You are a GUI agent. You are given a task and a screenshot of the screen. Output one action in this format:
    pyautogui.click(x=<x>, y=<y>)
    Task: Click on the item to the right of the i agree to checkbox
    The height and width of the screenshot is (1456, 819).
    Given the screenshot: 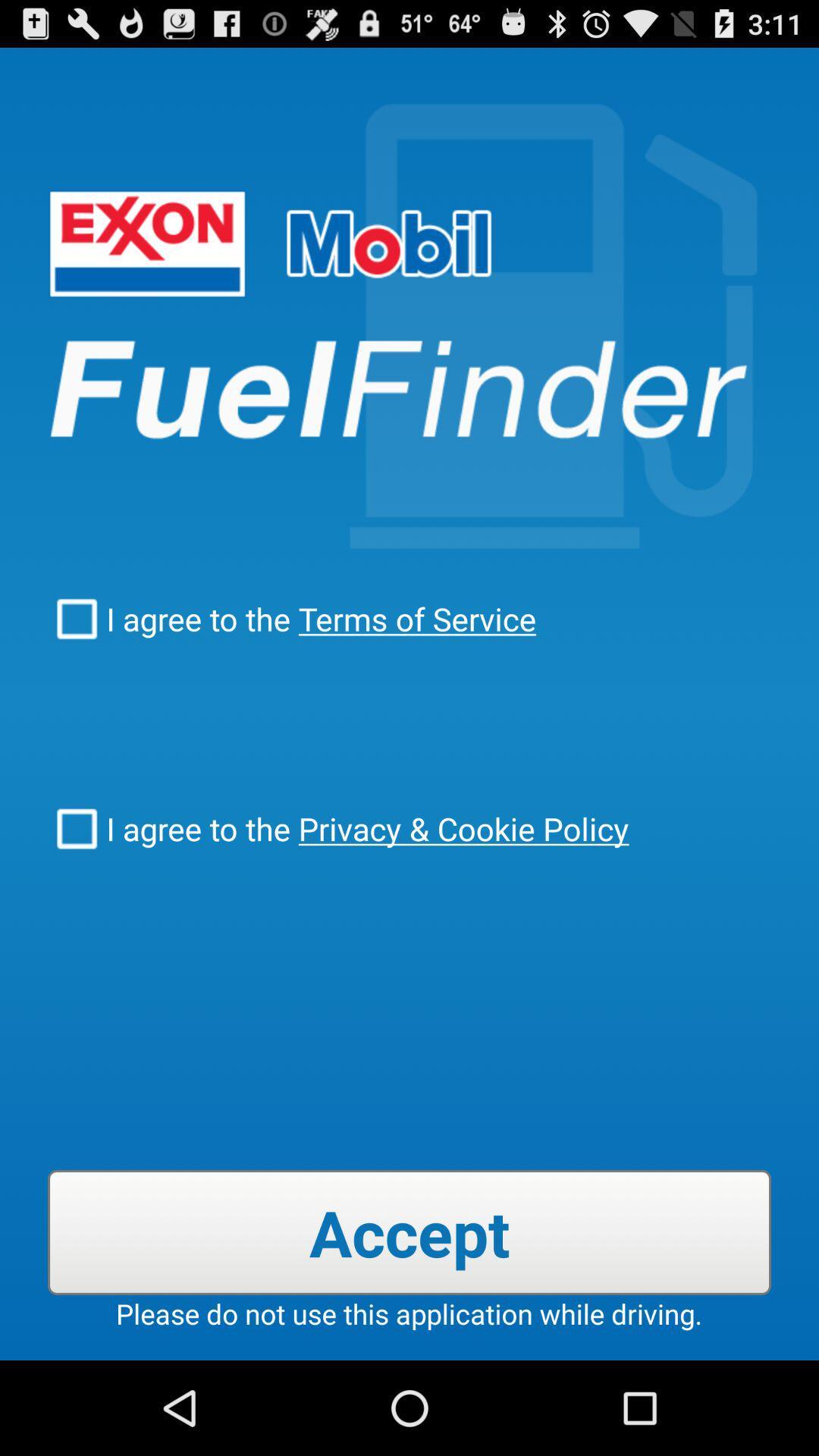 What is the action you would take?
    pyautogui.click(x=459, y=827)
    